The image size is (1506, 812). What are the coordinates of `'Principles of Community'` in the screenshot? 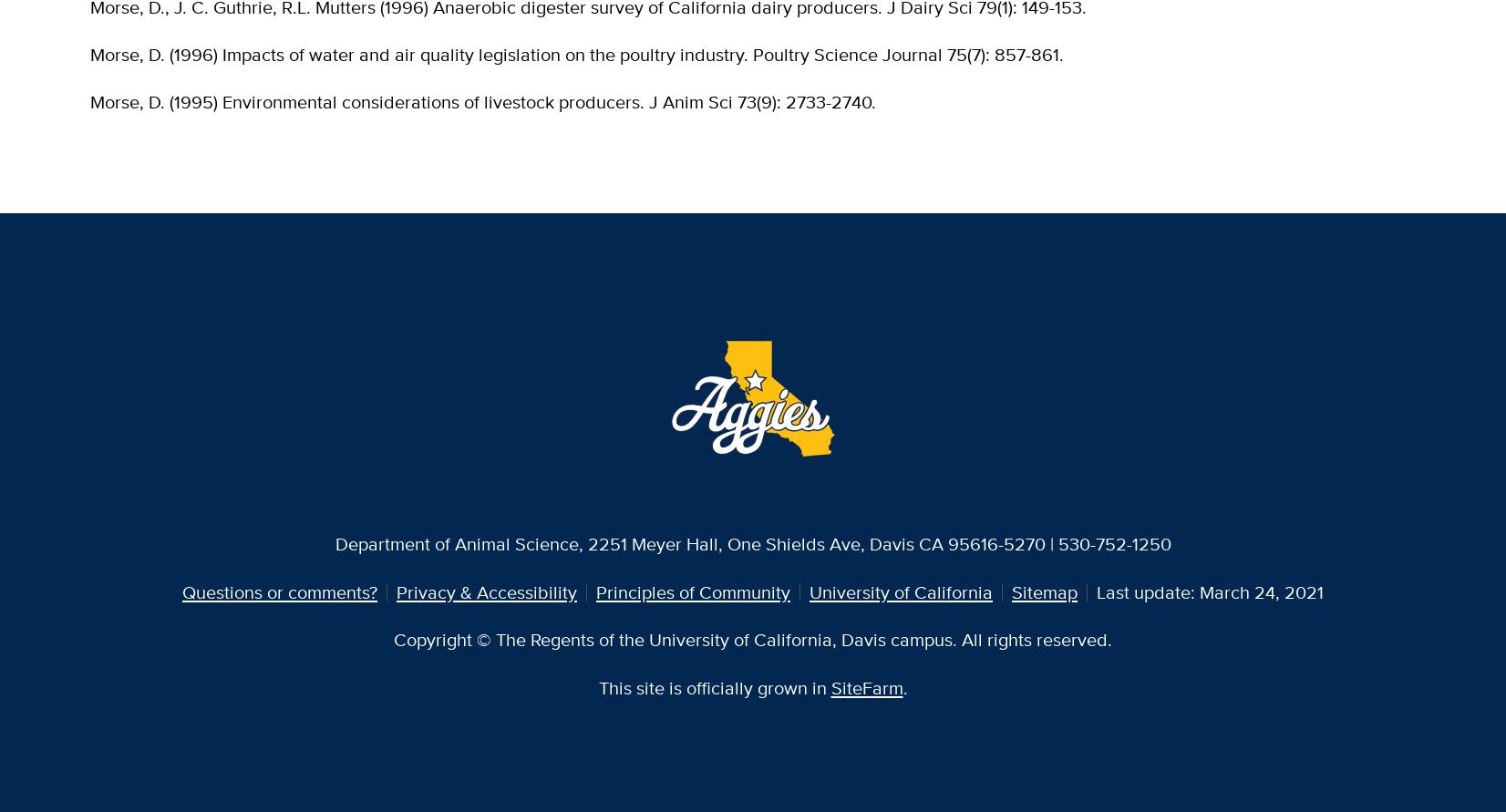 It's located at (693, 590).